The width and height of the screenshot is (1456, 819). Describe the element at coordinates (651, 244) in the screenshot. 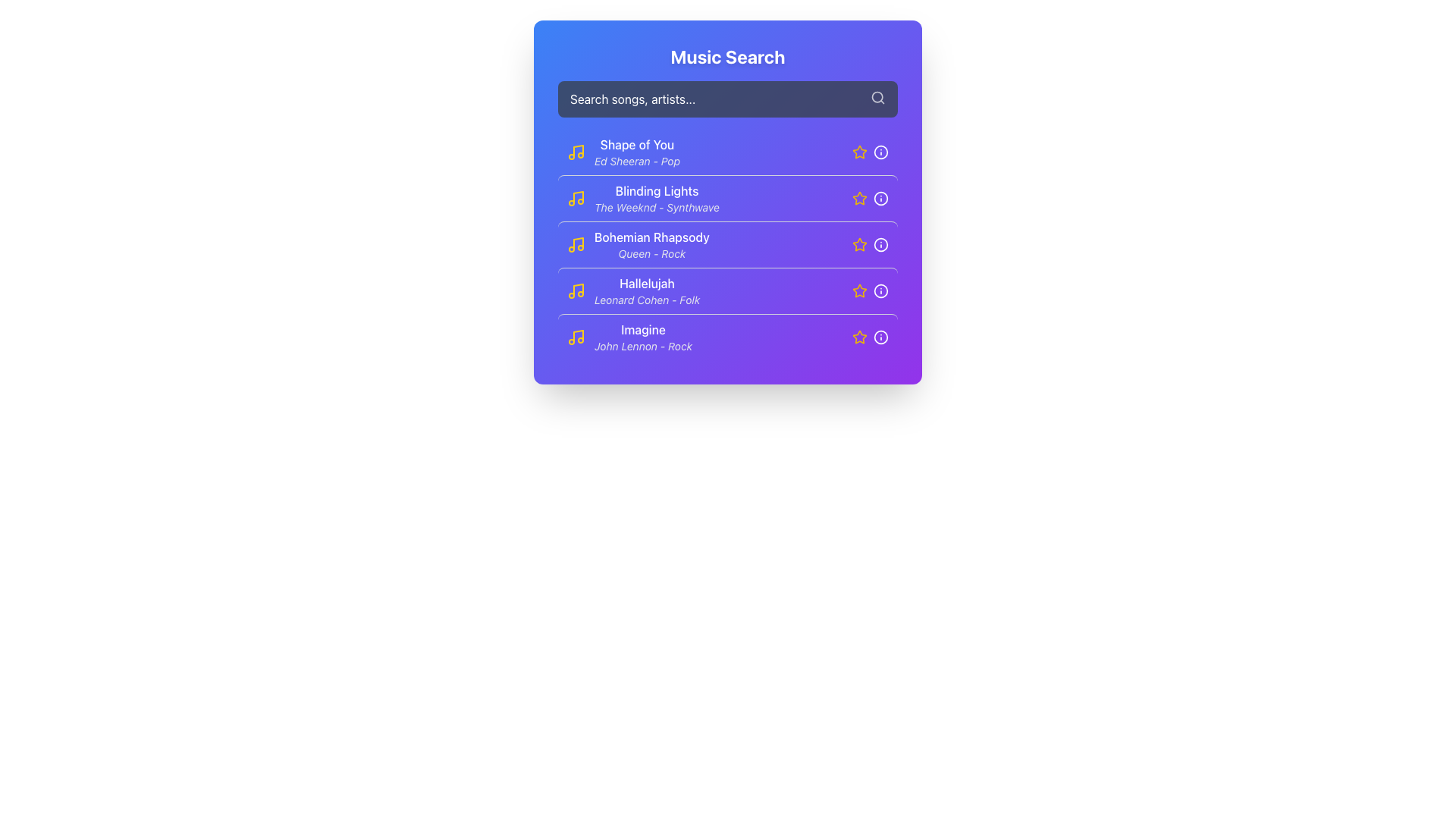

I see `the Text Display element that shows the title 'Bohemian Rhapsody' in bold and the subtitle 'Queen - Rock' in italicized font, located as the third entry in the list under the text input box` at that location.